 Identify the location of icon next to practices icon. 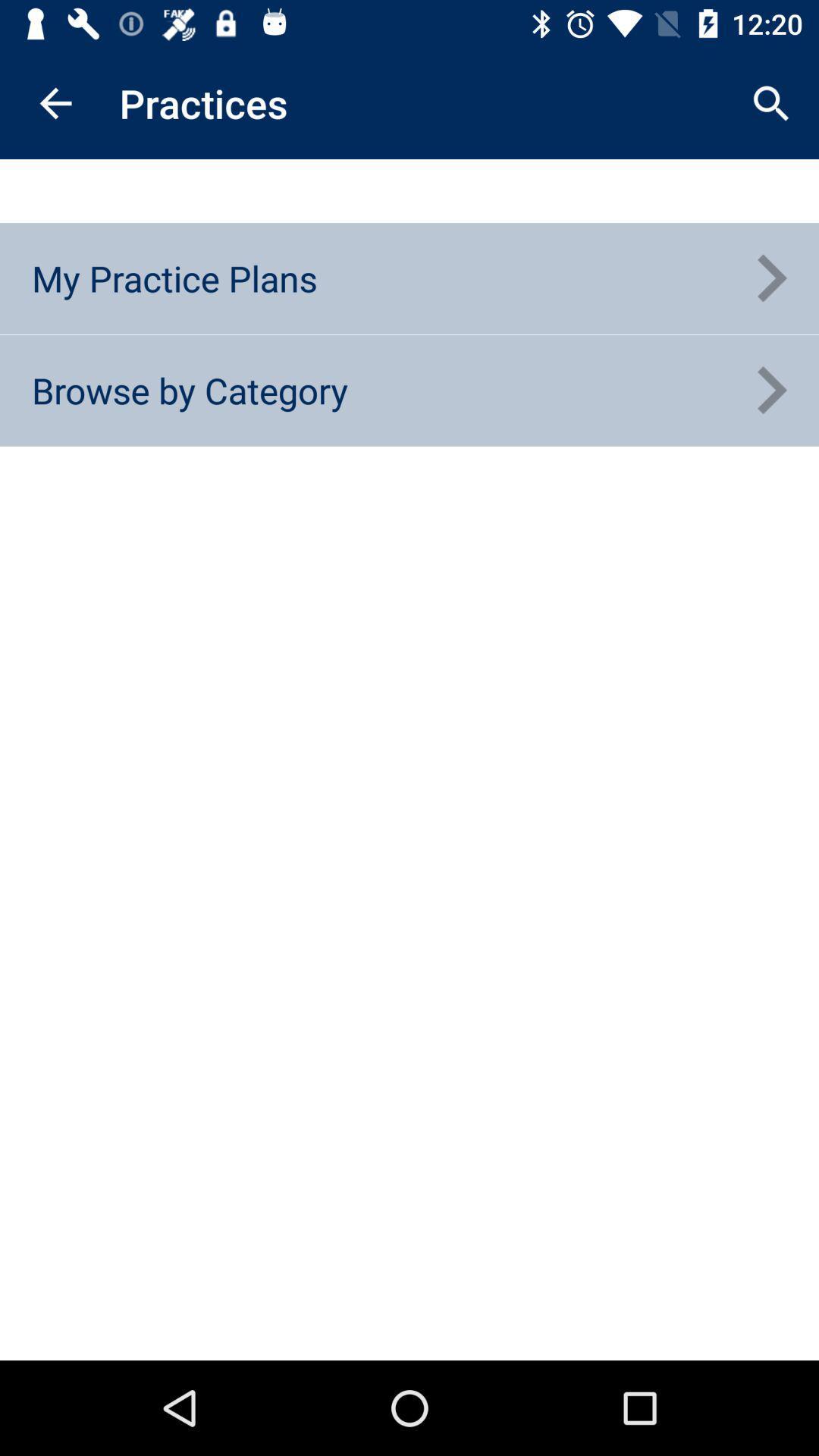
(55, 102).